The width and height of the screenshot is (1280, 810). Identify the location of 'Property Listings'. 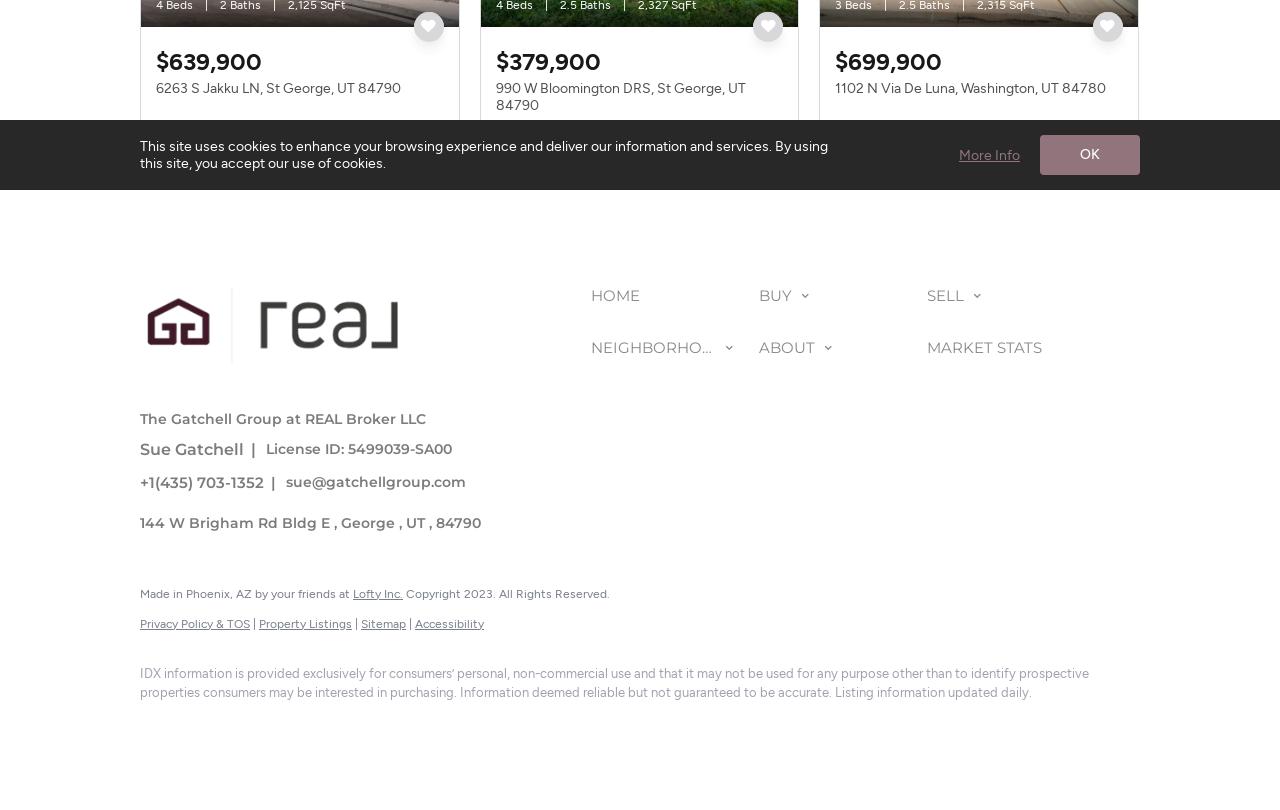
(304, 621).